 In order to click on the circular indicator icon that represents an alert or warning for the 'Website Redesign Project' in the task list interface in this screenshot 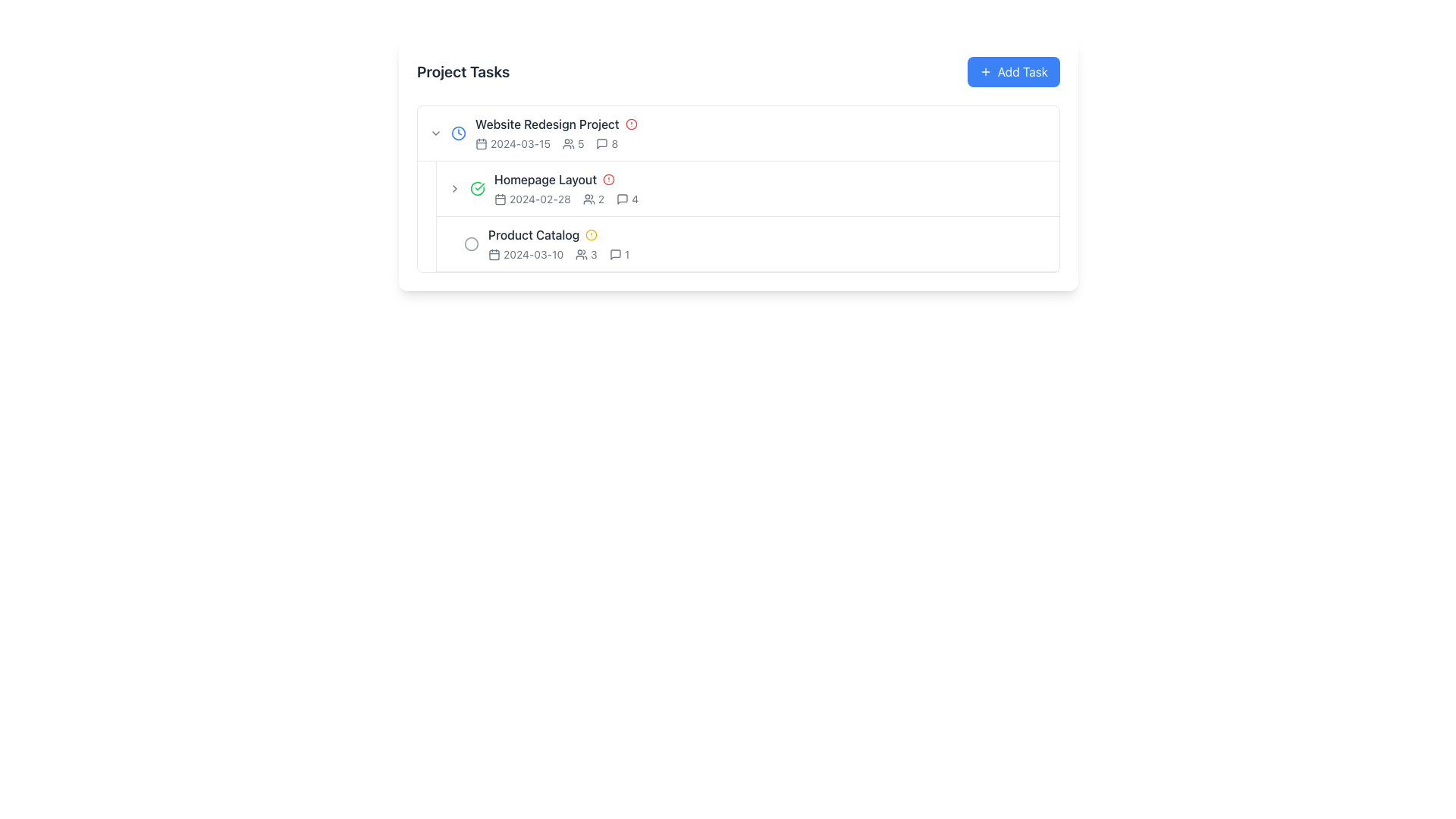, I will do `click(631, 124)`.